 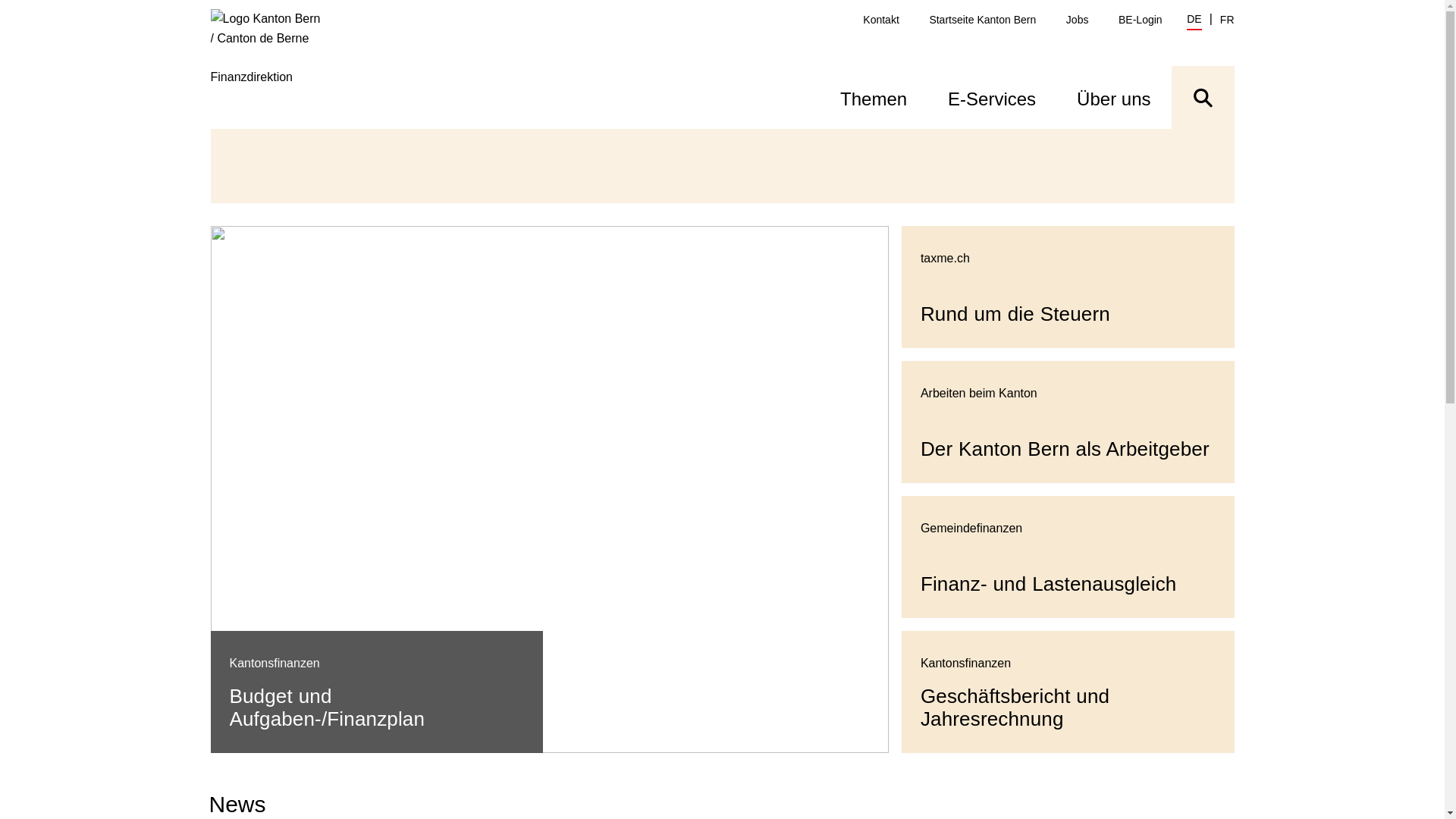 I want to click on 'Jobs', so click(x=1076, y=20).